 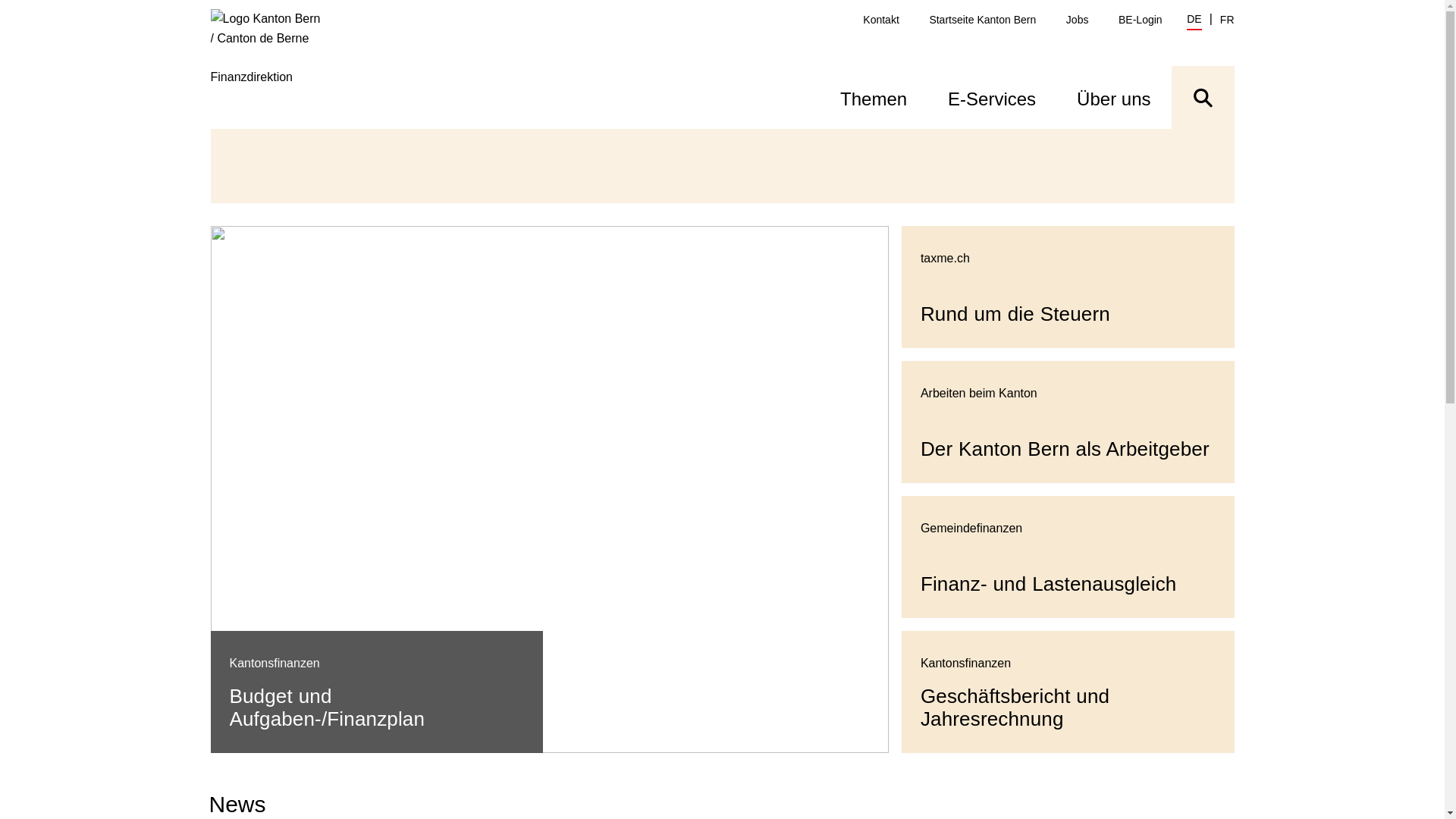 I want to click on 'Jobs', so click(x=1076, y=20).